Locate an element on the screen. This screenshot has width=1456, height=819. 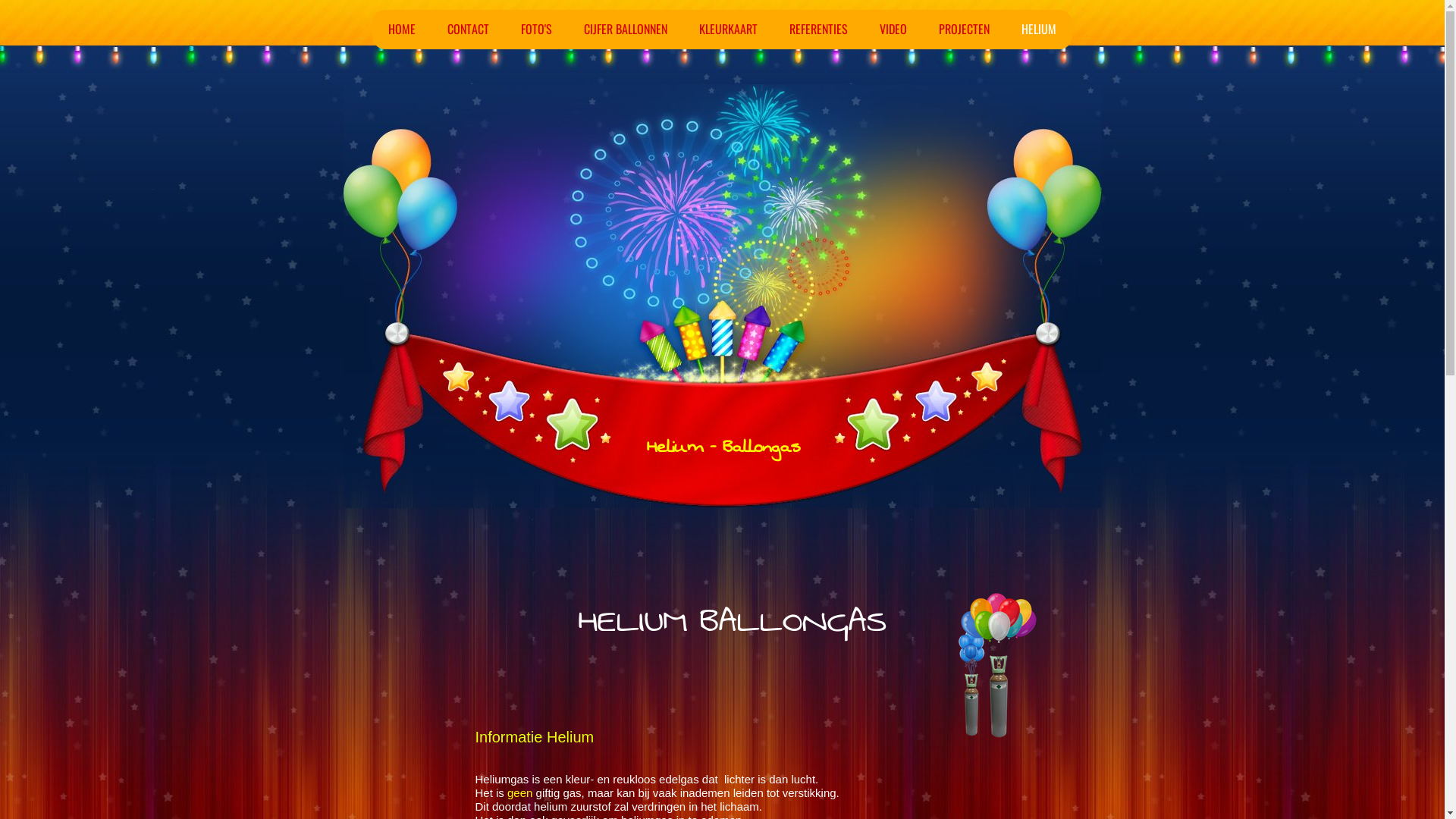
'CIJFER BALLONNEN' is located at coordinates (626, 29).